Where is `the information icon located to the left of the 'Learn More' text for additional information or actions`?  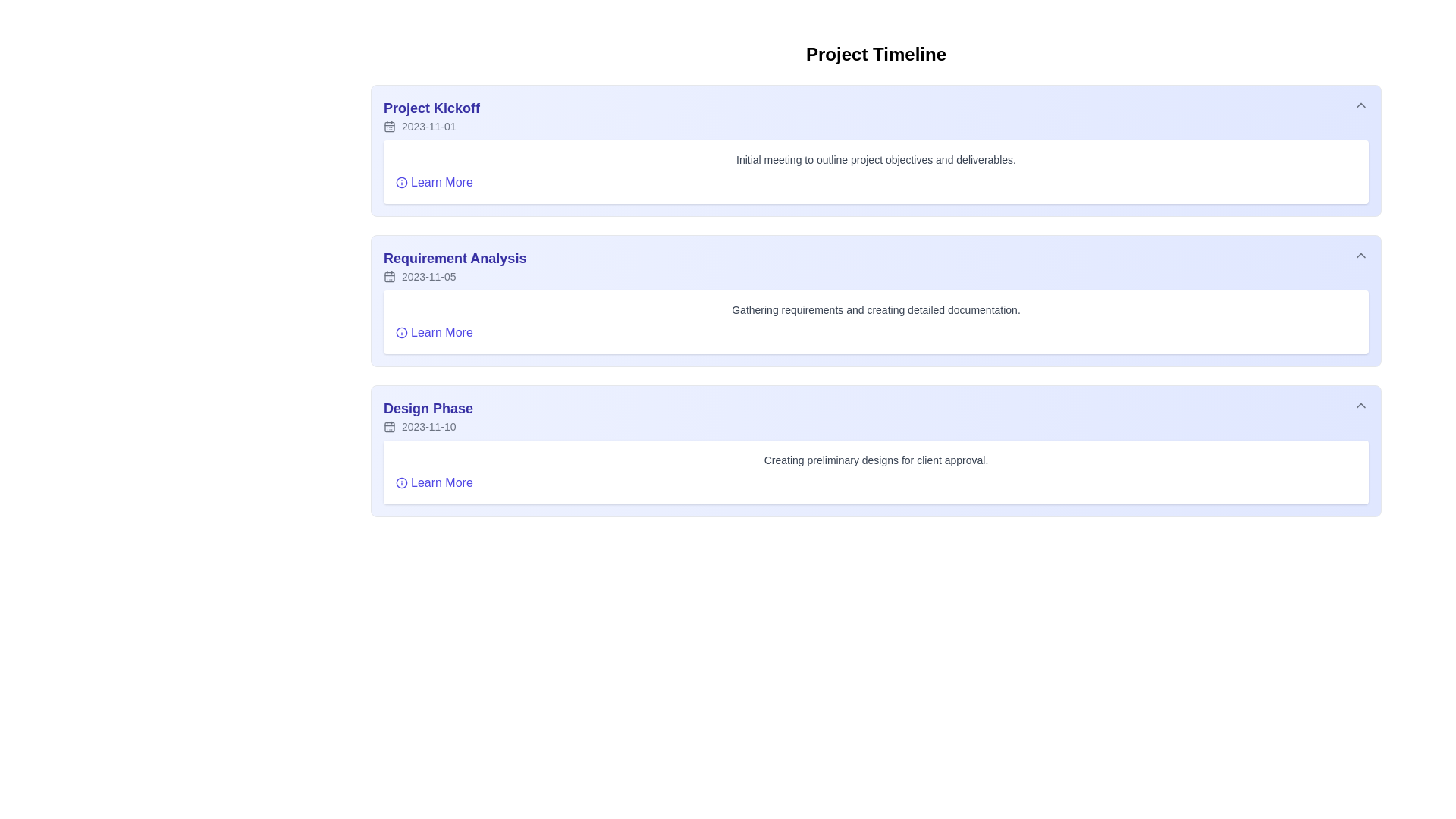 the information icon located to the left of the 'Learn More' text for additional information or actions is located at coordinates (401, 332).